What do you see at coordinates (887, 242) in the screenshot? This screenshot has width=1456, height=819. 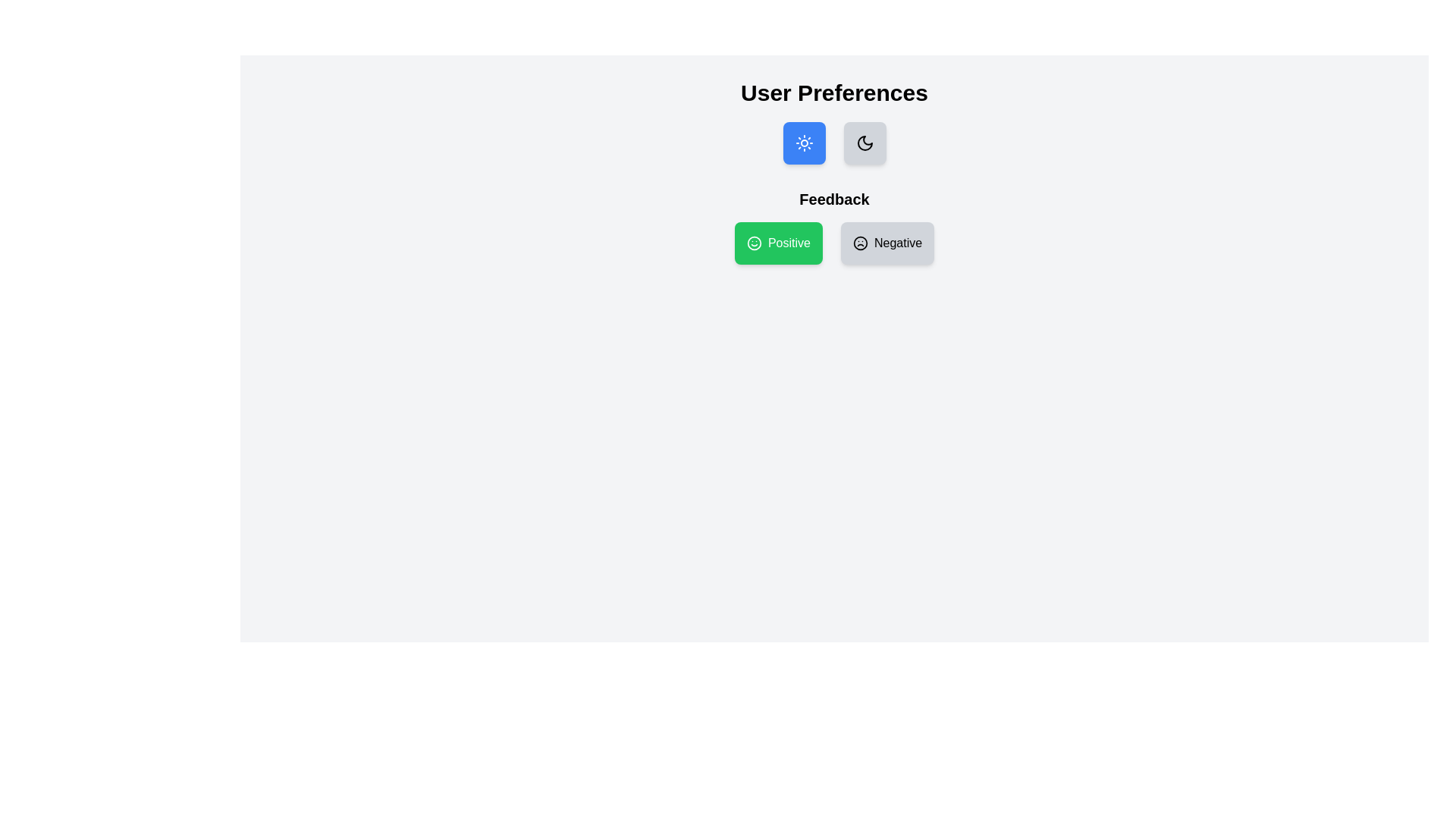 I see `the 'Negative' button, which is a rectangular button with rounded corners, light gray background, frown face icon on the left, and black text 'Negative' on the right, located to the right of the 'Positive' button under the 'Feedback' heading` at bounding box center [887, 242].